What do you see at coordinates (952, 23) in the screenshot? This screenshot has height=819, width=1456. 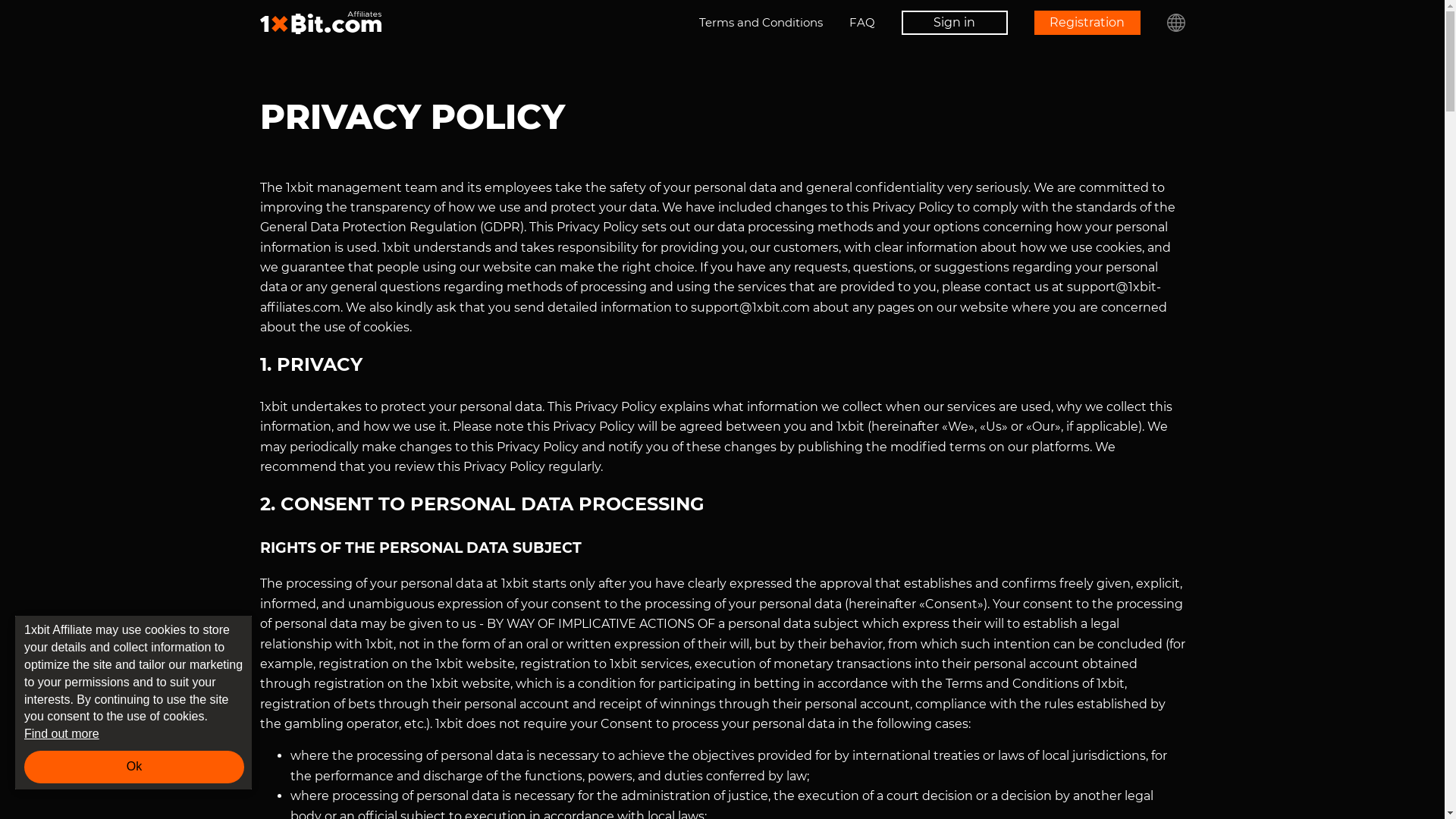 I see `'Sign in'` at bounding box center [952, 23].